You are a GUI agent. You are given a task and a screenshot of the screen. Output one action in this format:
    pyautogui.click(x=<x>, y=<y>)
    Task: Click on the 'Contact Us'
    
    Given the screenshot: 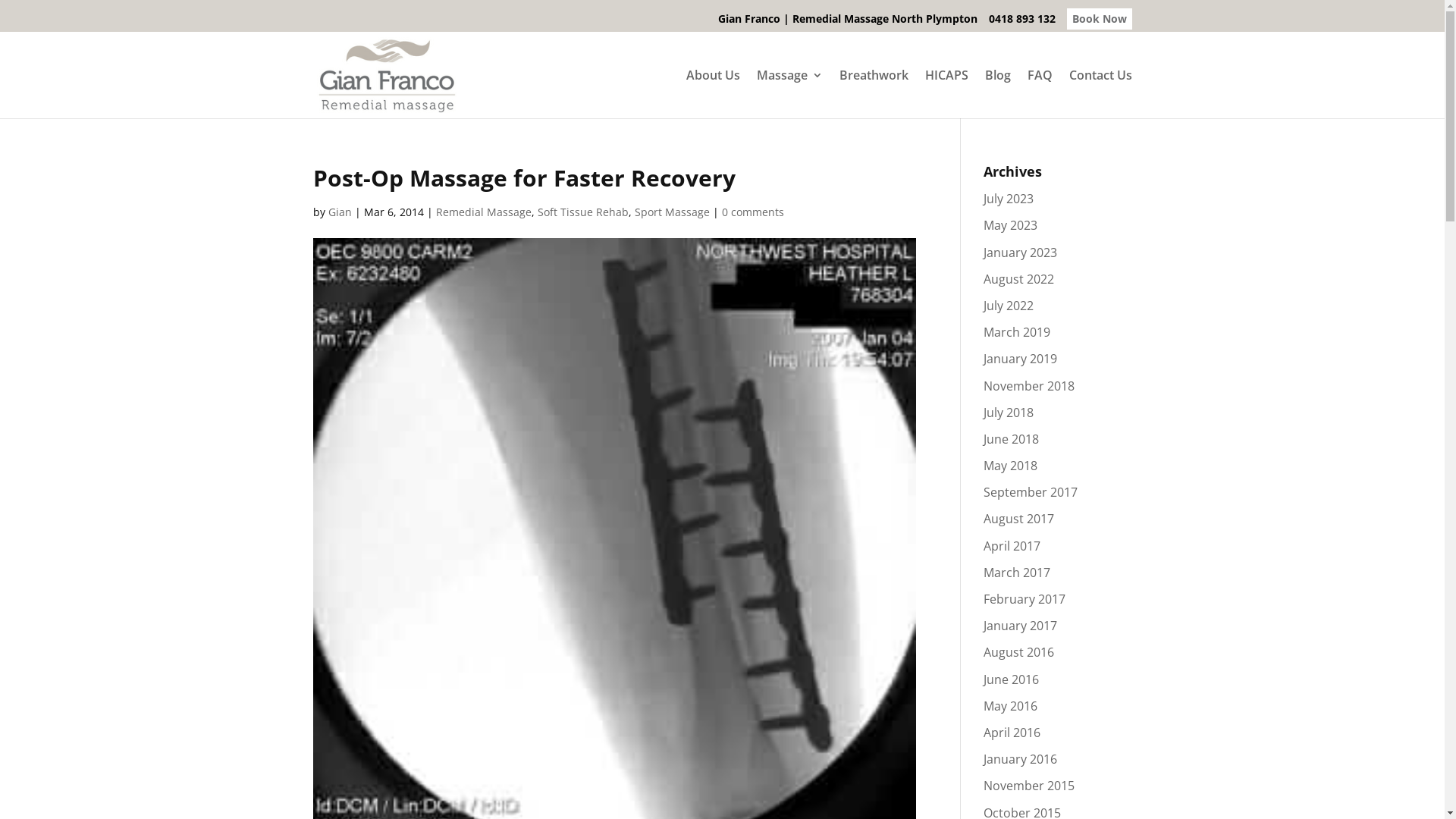 What is the action you would take?
    pyautogui.click(x=1100, y=93)
    